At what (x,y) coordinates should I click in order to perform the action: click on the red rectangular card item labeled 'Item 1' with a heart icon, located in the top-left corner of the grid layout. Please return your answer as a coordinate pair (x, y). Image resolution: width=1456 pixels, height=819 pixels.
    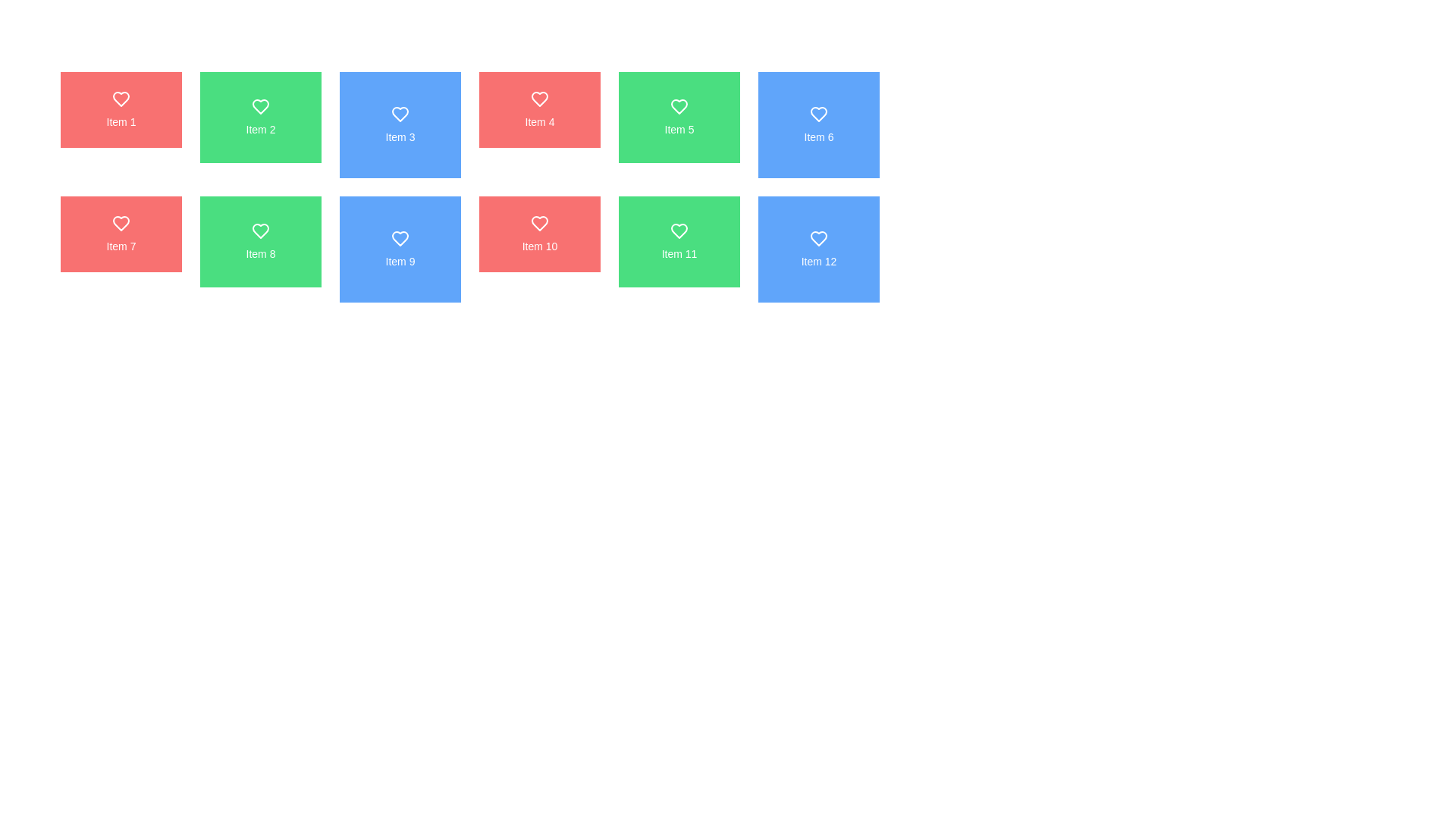
    Looking at the image, I should click on (120, 109).